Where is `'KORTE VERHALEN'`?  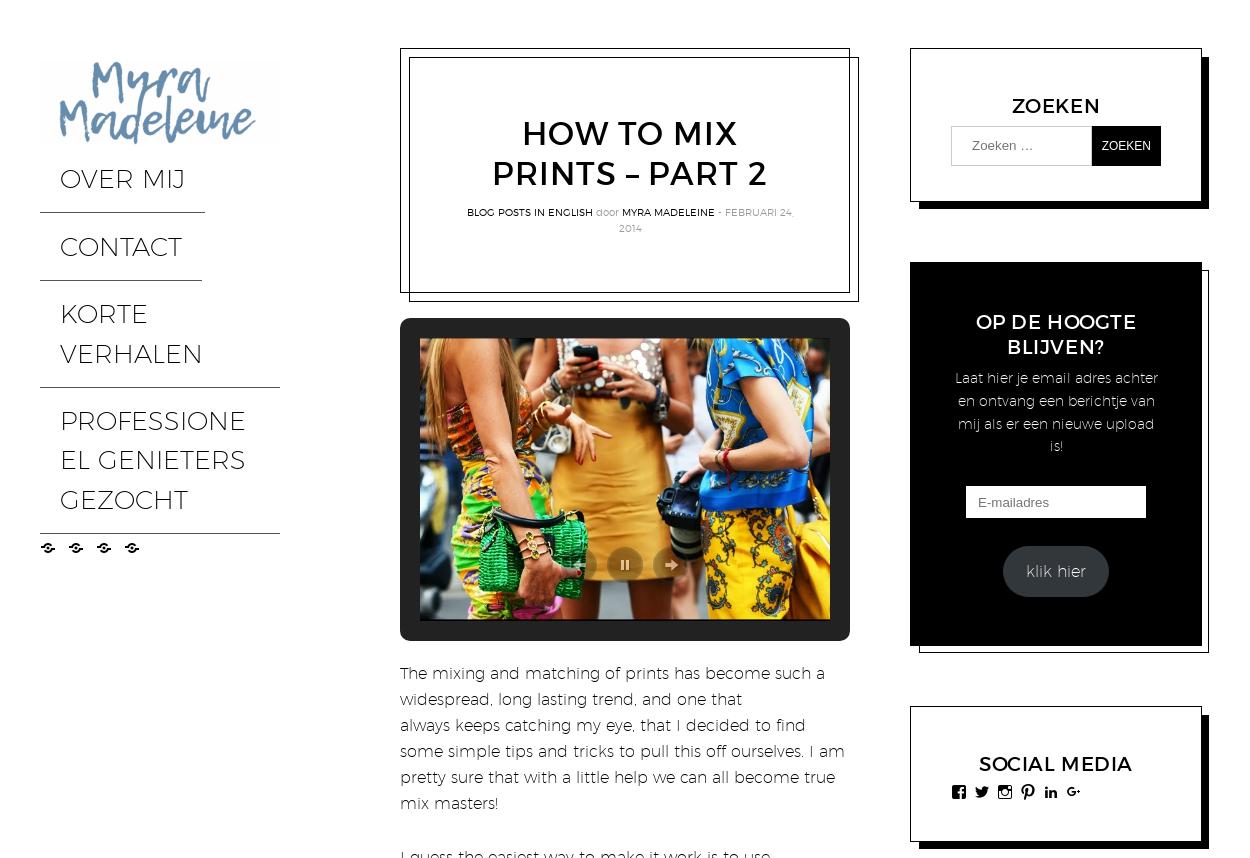 'KORTE VERHALEN' is located at coordinates (122, 229).